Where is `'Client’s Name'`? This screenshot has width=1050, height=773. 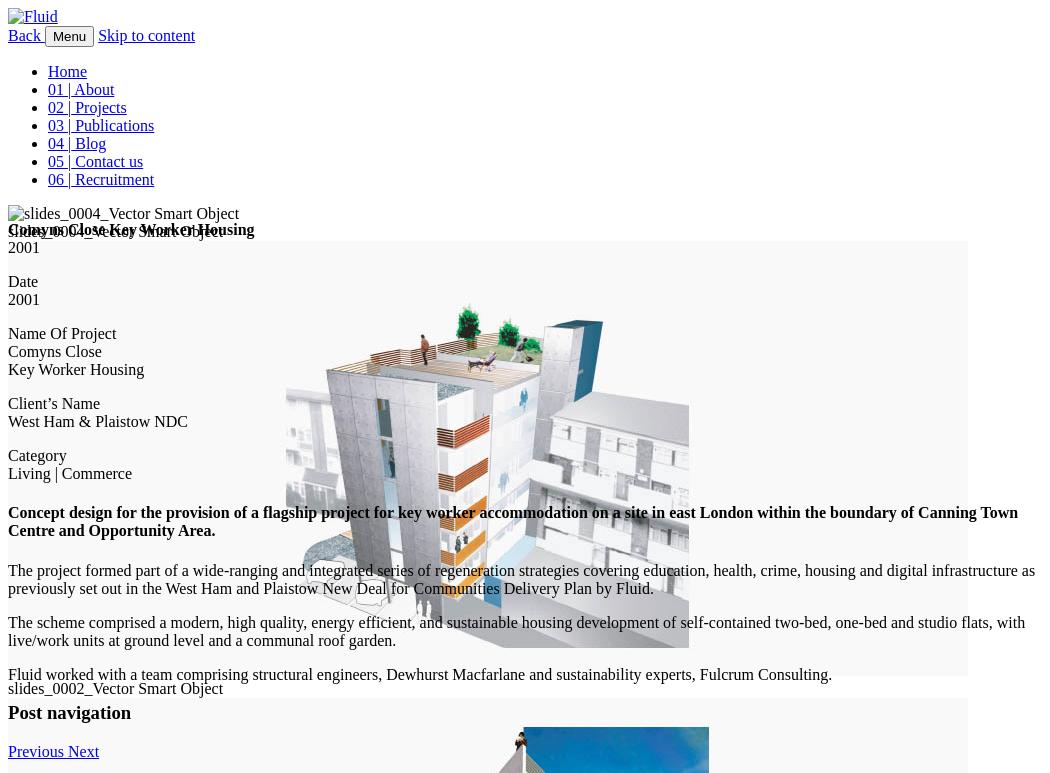
'Client’s Name' is located at coordinates (7, 402).